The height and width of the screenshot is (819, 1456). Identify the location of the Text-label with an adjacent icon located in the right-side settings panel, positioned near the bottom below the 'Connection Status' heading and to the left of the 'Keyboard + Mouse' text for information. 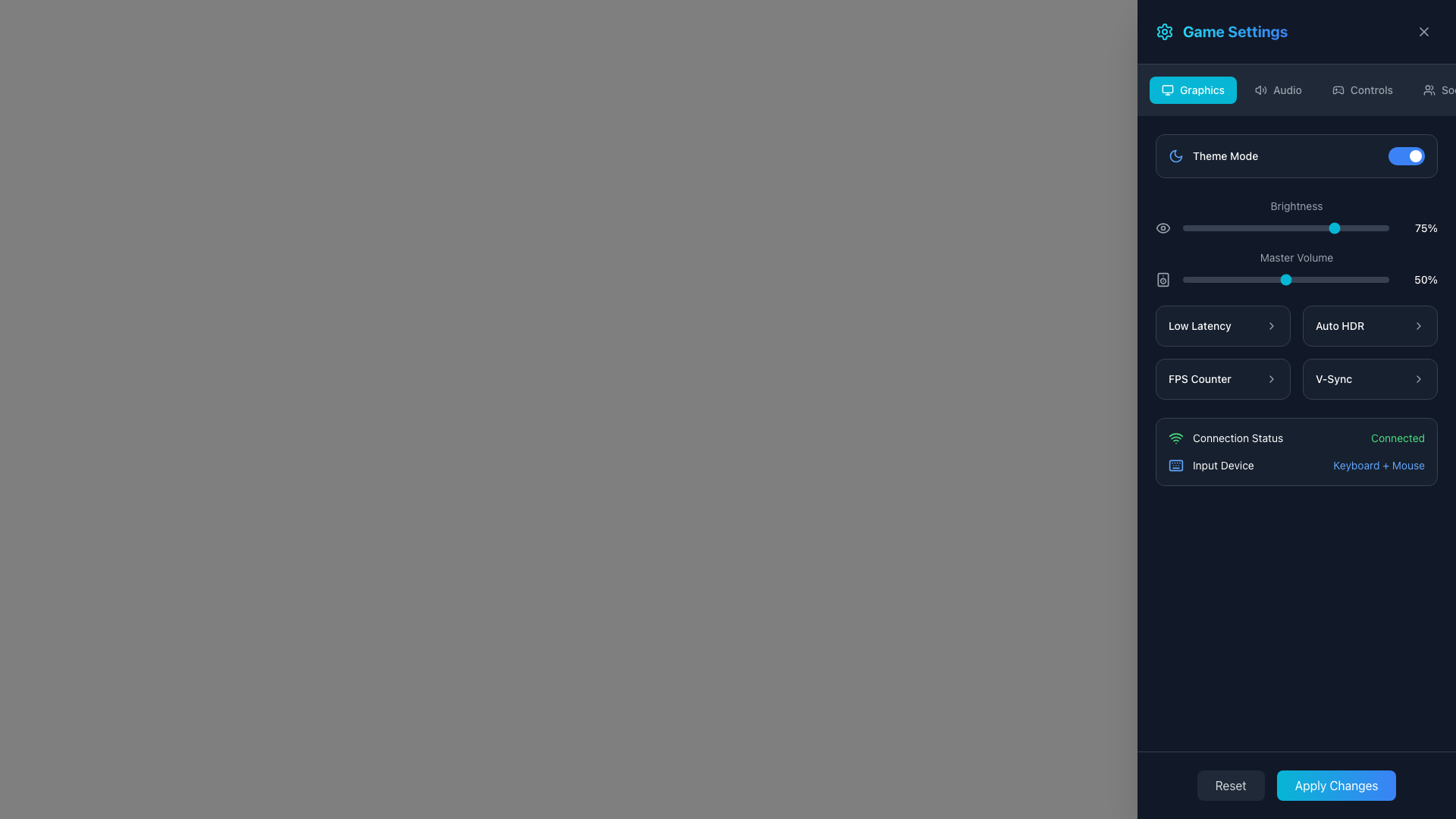
(1210, 464).